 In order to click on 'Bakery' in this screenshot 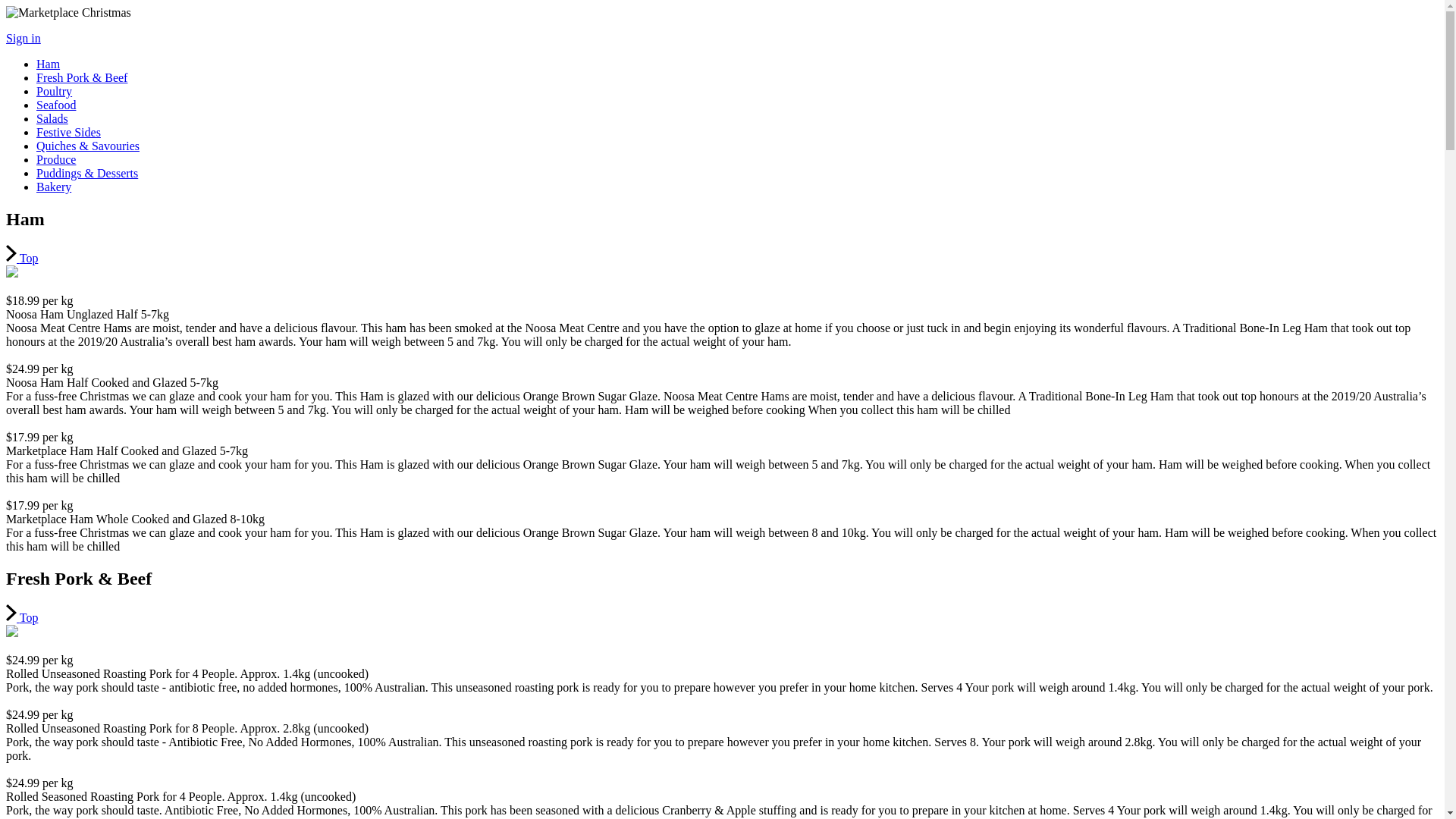, I will do `click(54, 186)`.